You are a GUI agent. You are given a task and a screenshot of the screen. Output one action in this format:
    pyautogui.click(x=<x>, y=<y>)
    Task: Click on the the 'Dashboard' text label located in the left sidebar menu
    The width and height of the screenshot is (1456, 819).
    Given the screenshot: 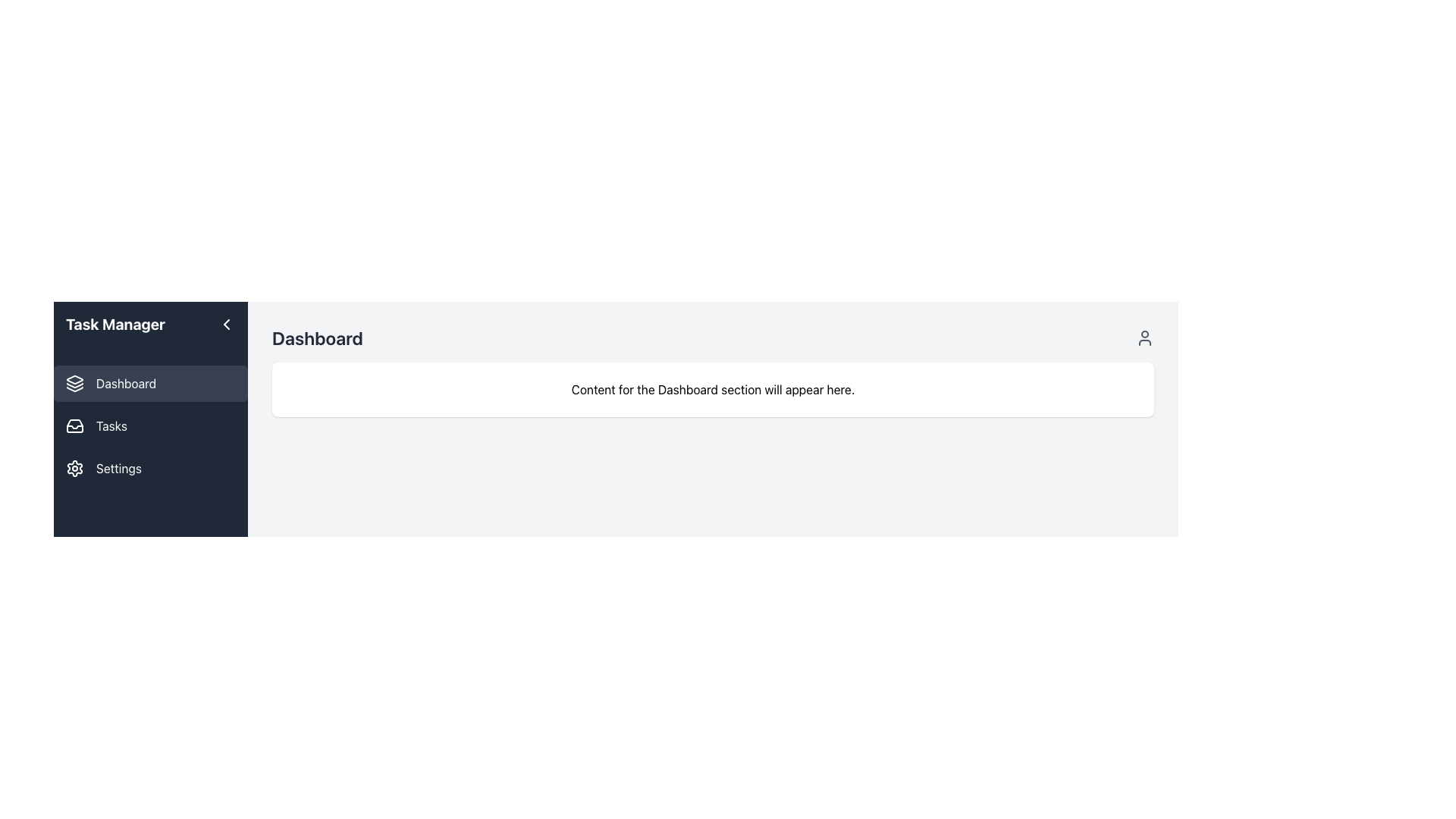 What is the action you would take?
    pyautogui.click(x=126, y=382)
    